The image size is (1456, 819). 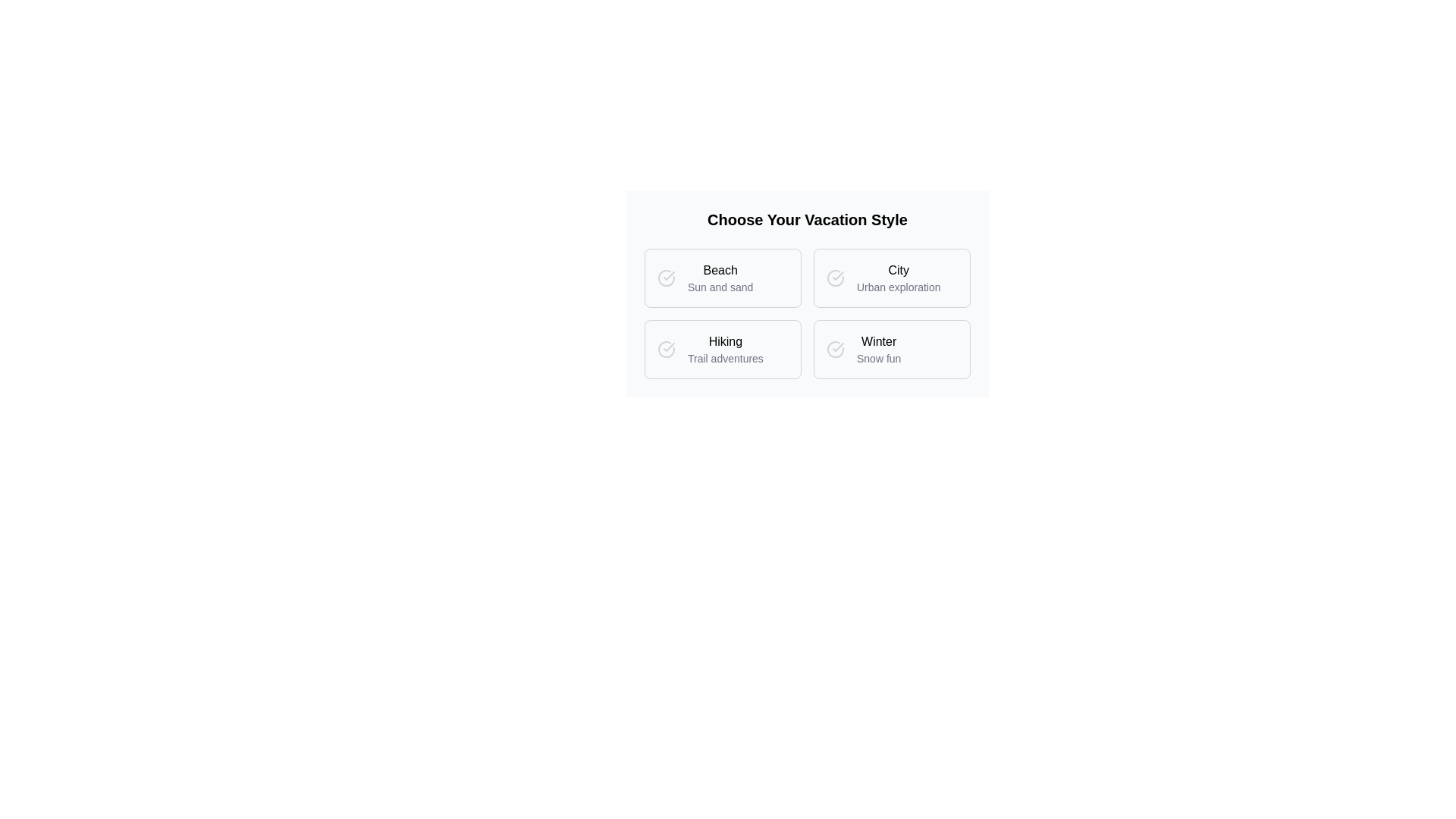 I want to click on the static text label displaying 'Urban exploration', which is styled with a small gray font and located below 'City' in the top-right option of the grid layout, so click(x=899, y=287).